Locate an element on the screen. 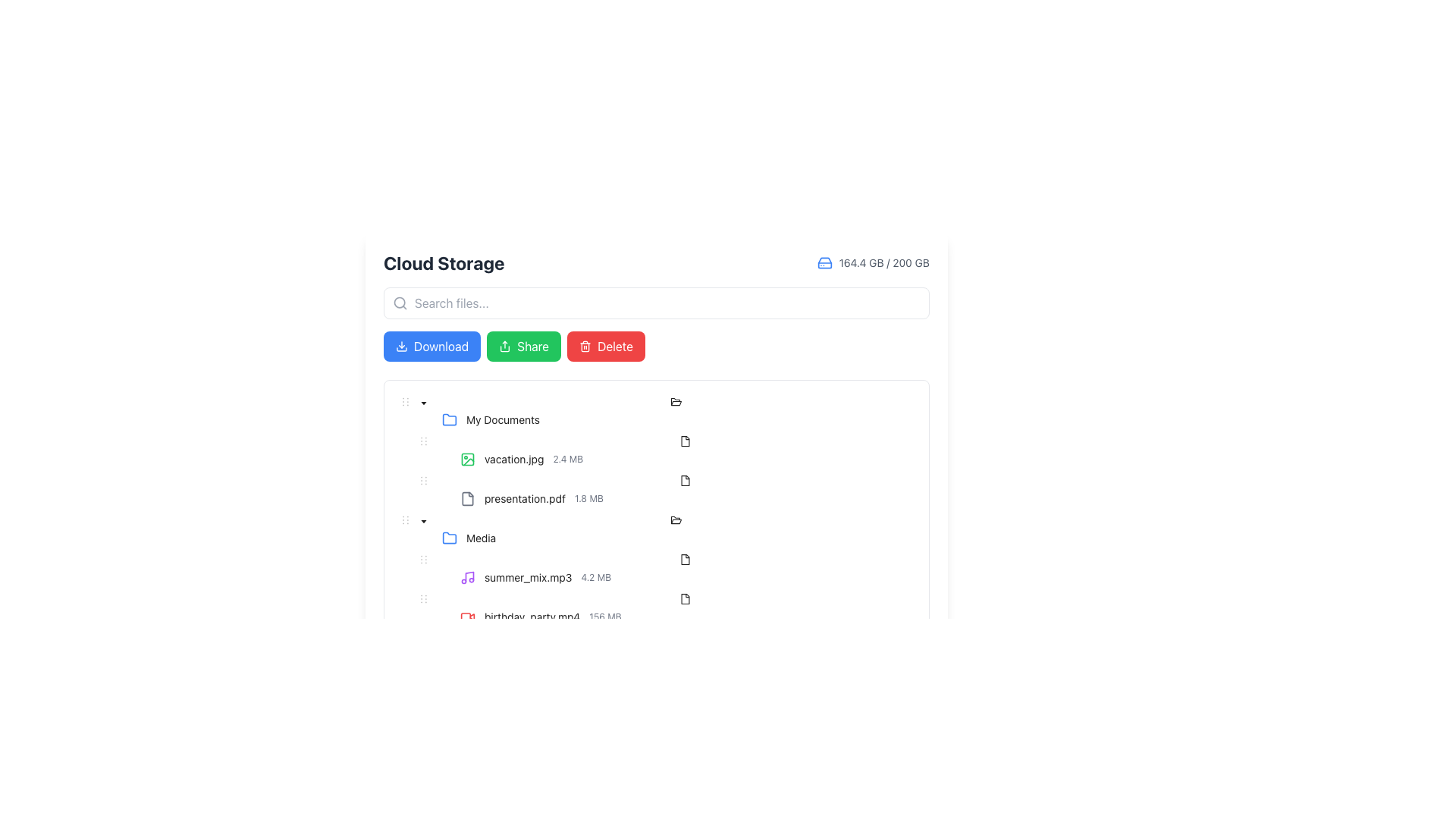 Image resolution: width=1456 pixels, height=819 pixels. the file icon representing 'birthday_party.mp4' is located at coordinates (684, 598).